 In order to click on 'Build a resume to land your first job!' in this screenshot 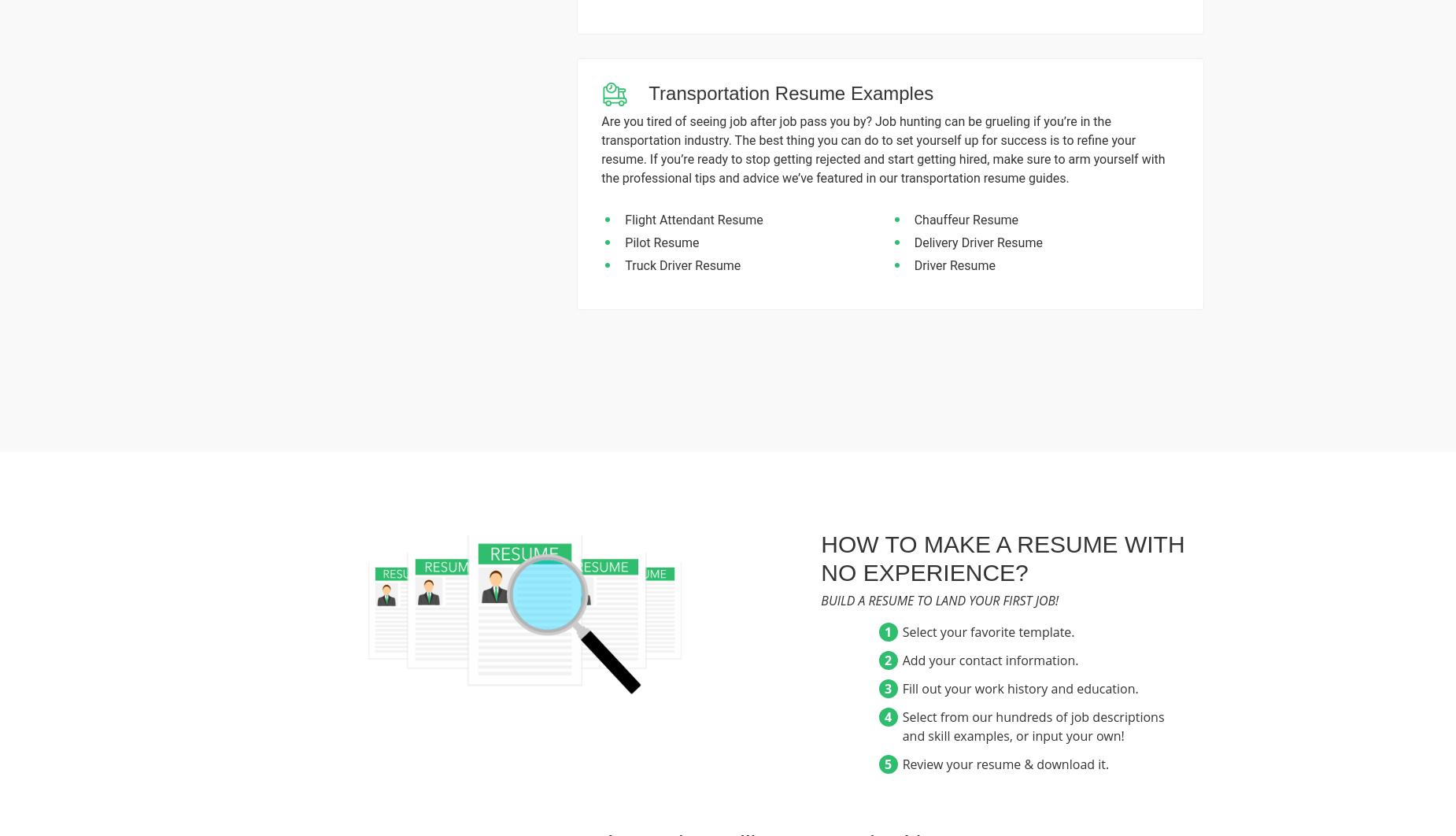, I will do `click(938, 601)`.